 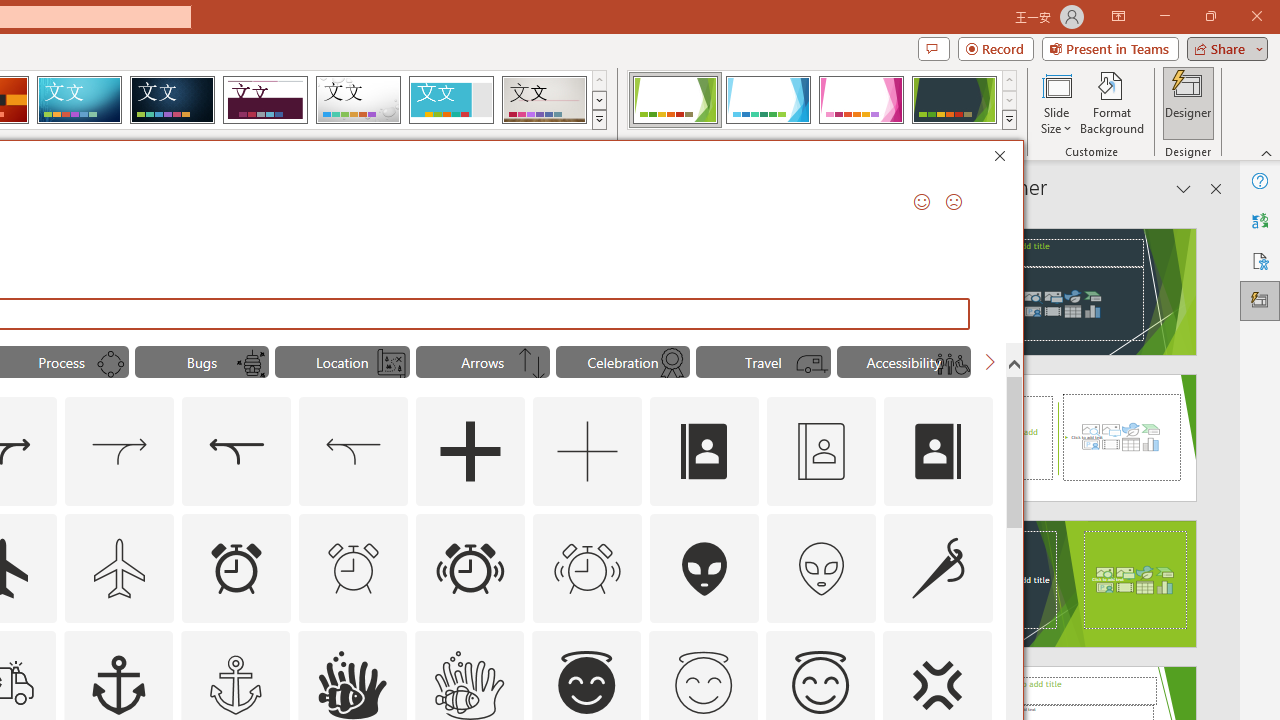 I want to click on 'AutomationID: Icons_Sort_M', so click(x=532, y=364).